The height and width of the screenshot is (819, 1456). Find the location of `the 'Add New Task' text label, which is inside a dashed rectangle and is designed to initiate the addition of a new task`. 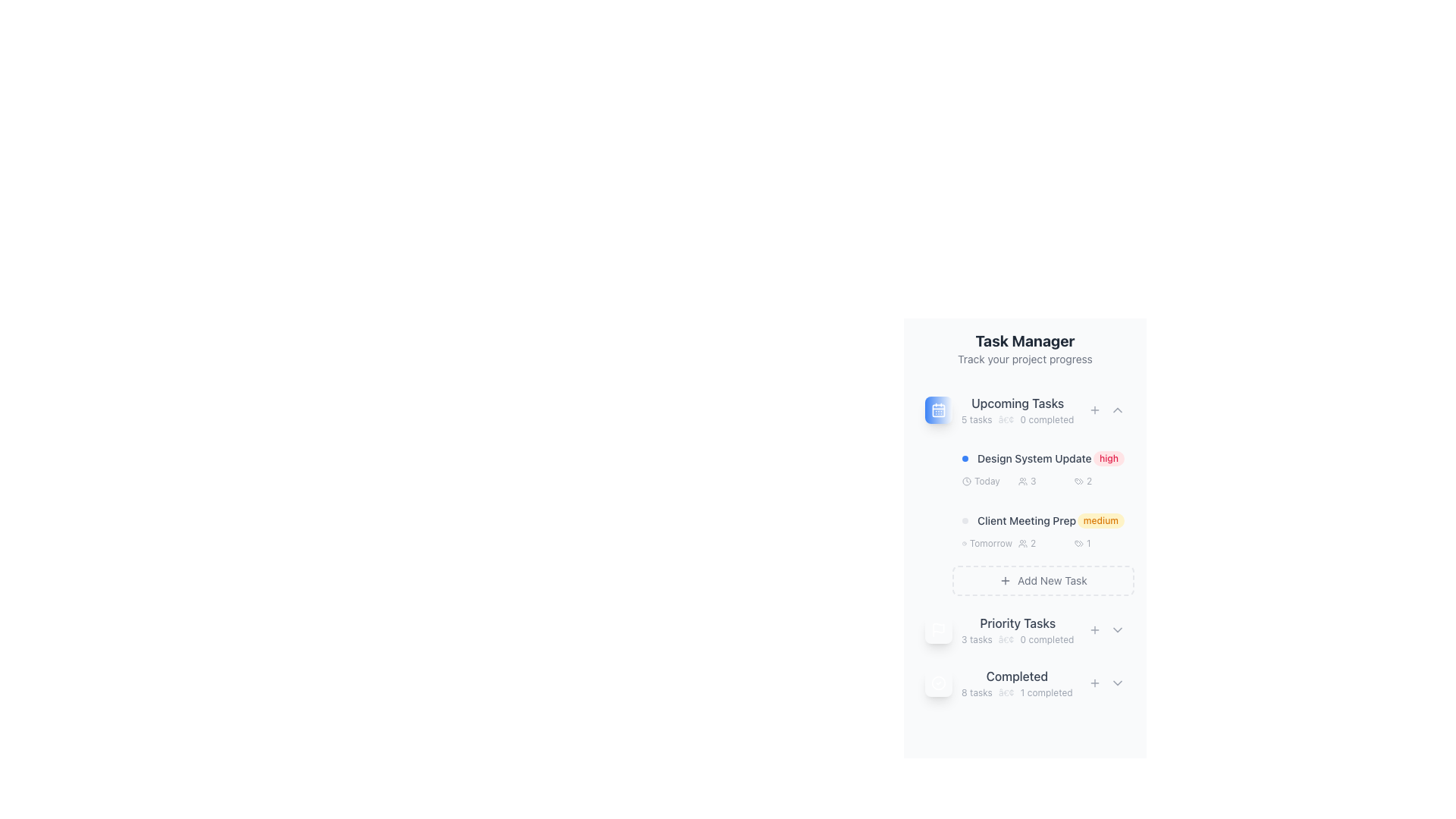

the 'Add New Task' text label, which is inside a dashed rectangle and is designed to initiate the addition of a new task is located at coordinates (1051, 580).